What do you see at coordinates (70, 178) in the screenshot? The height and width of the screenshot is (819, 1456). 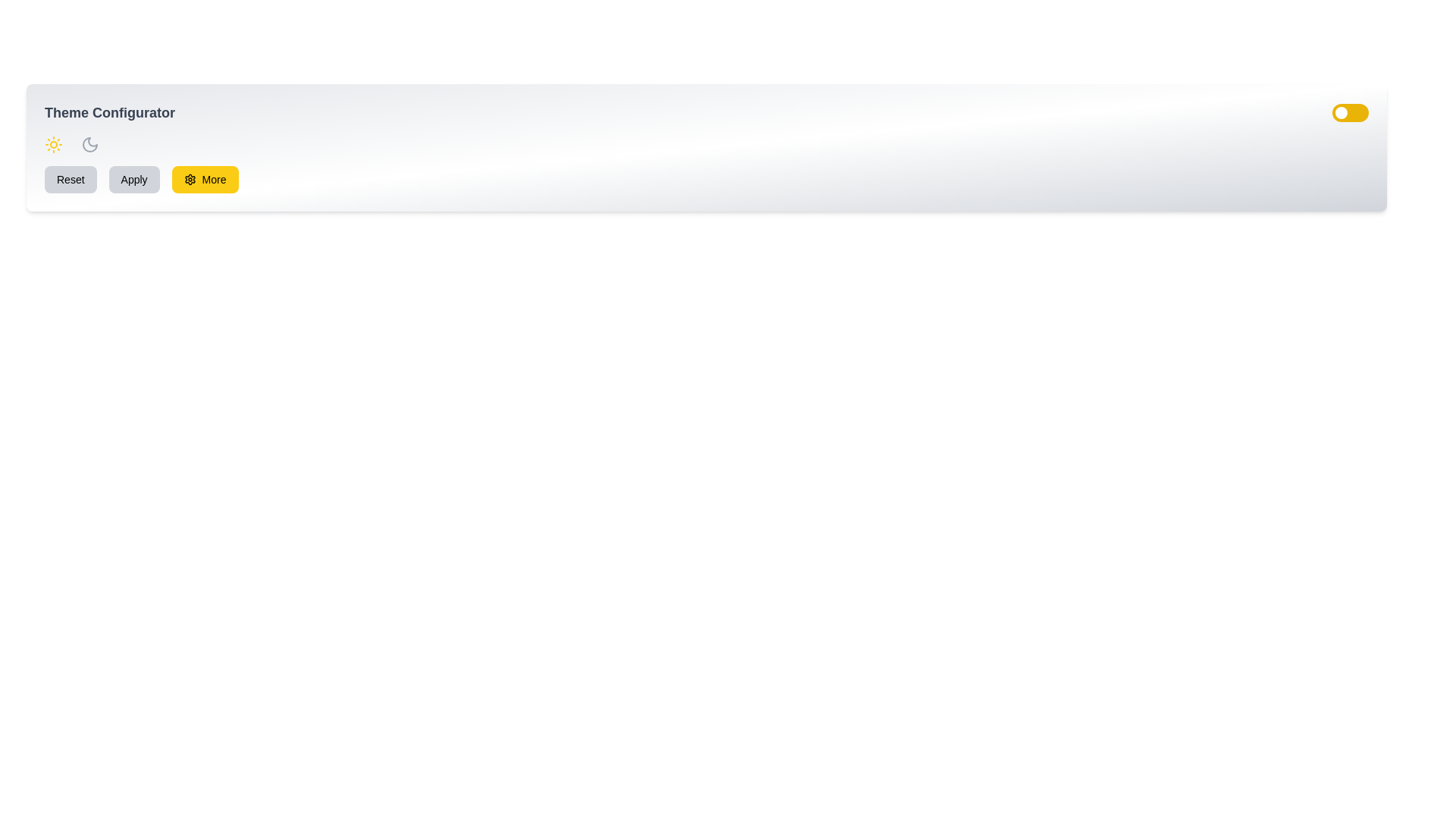 I see `the 'Reset' button, which is the first button in a row with a light gray background that changes on hover` at bounding box center [70, 178].